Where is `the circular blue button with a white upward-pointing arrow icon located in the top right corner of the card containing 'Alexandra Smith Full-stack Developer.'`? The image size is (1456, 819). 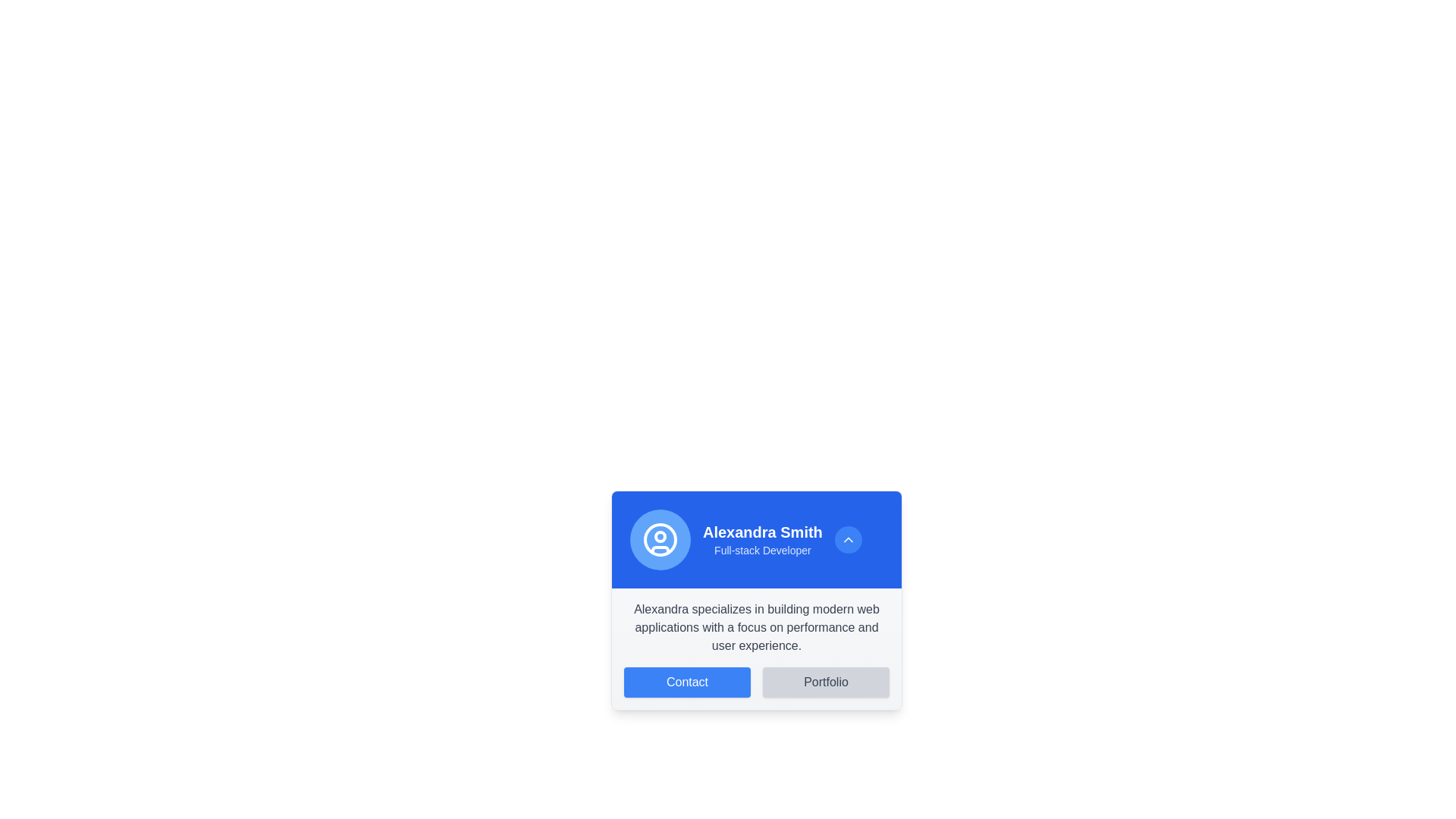 the circular blue button with a white upward-pointing arrow icon located in the top right corner of the card containing 'Alexandra Smith Full-stack Developer.' is located at coordinates (847, 539).